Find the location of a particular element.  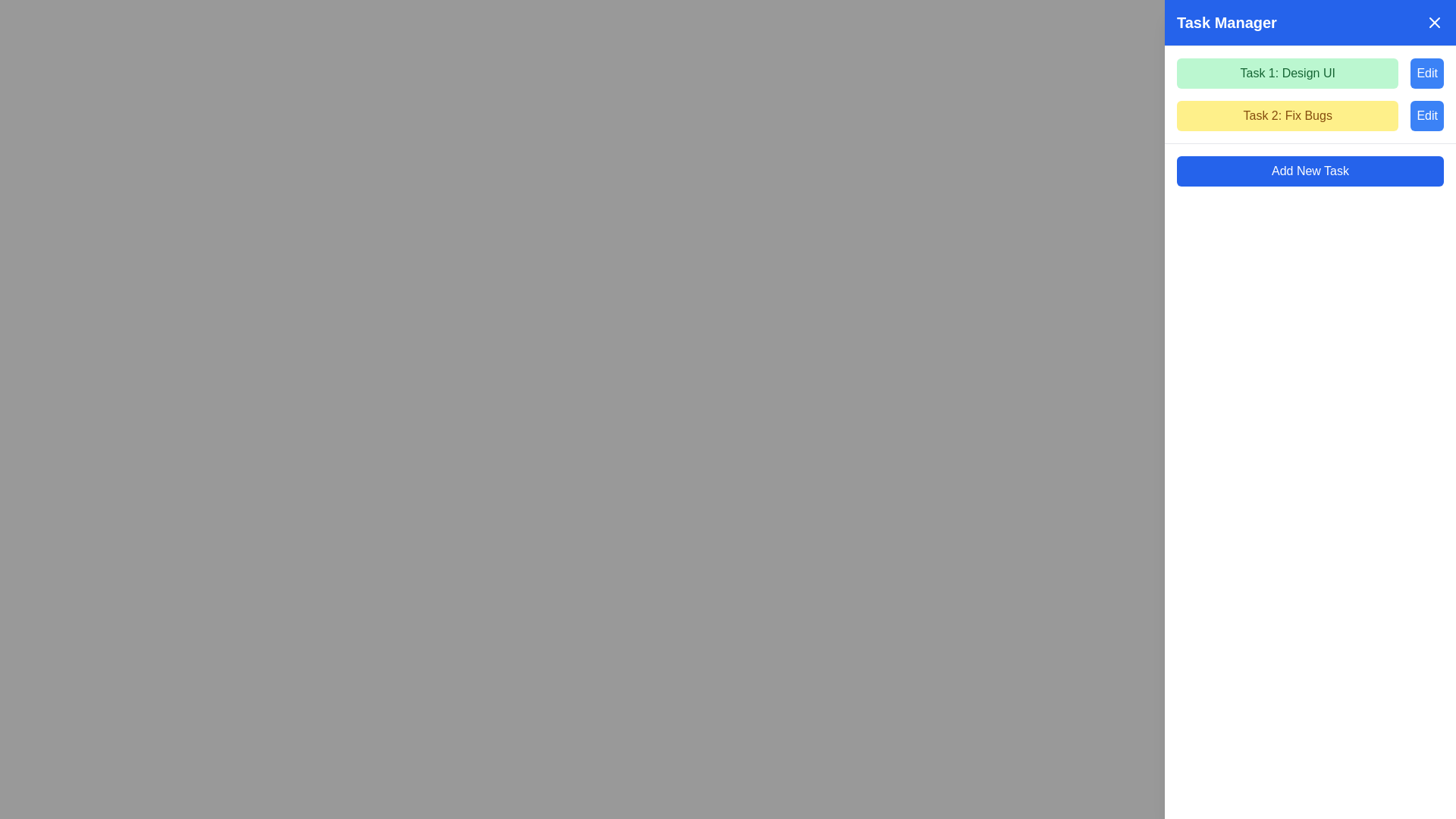

the close button, represented by a minimalist 'X' icon, located at the top-right corner of the blue header bar labeled 'Task Manager' is located at coordinates (1433, 23).